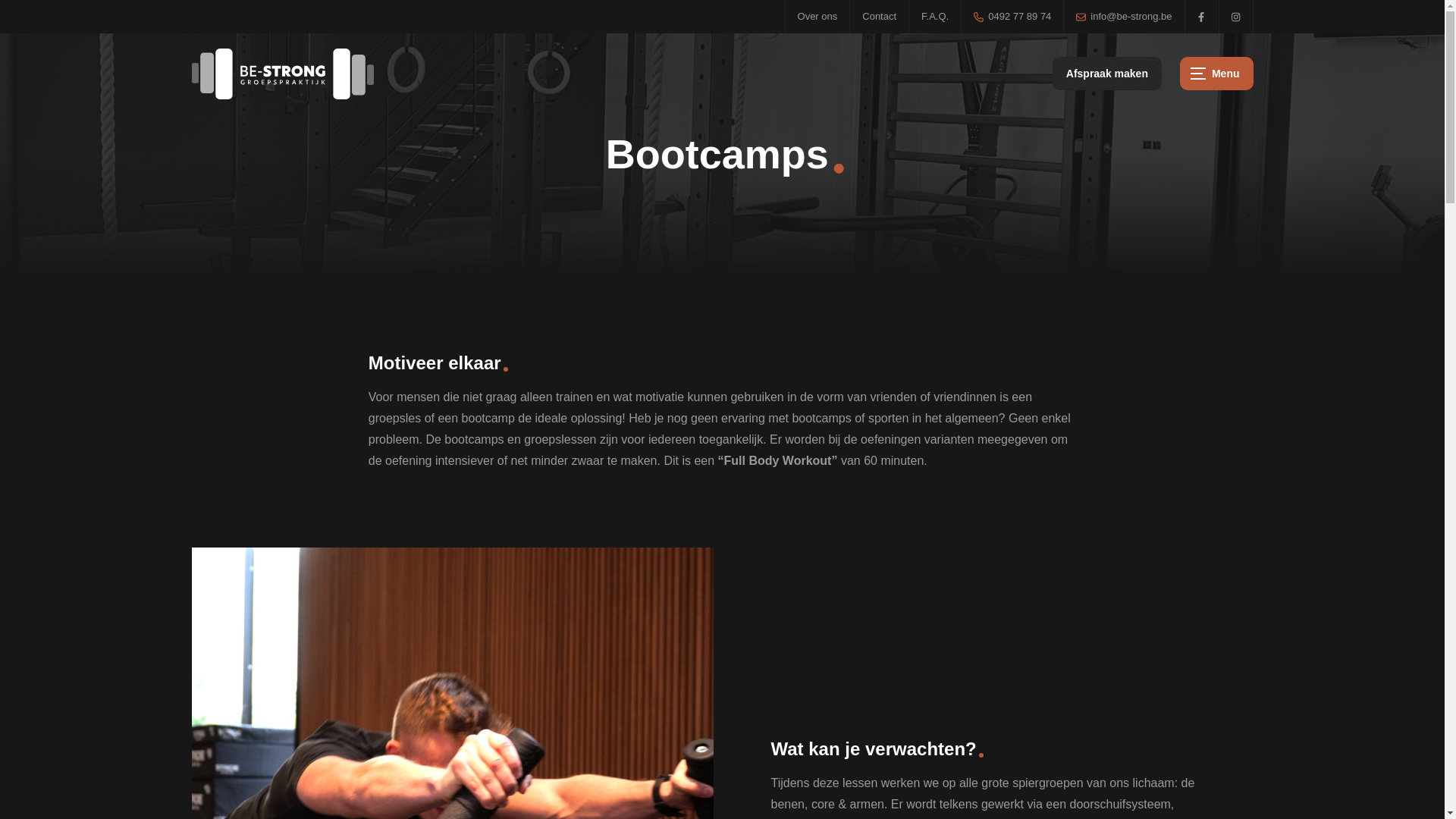  Describe the element at coordinates (817, 17) in the screenshot. I see `'Over ons'` at that location.